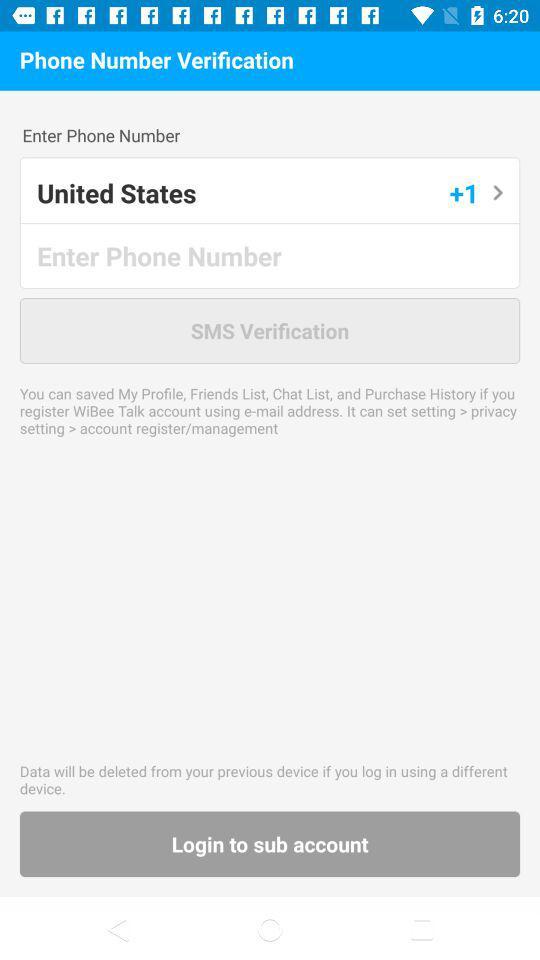  Describe the element at coordinates (270, 330) in the screenshot. I see `the sms verification app` at that location.